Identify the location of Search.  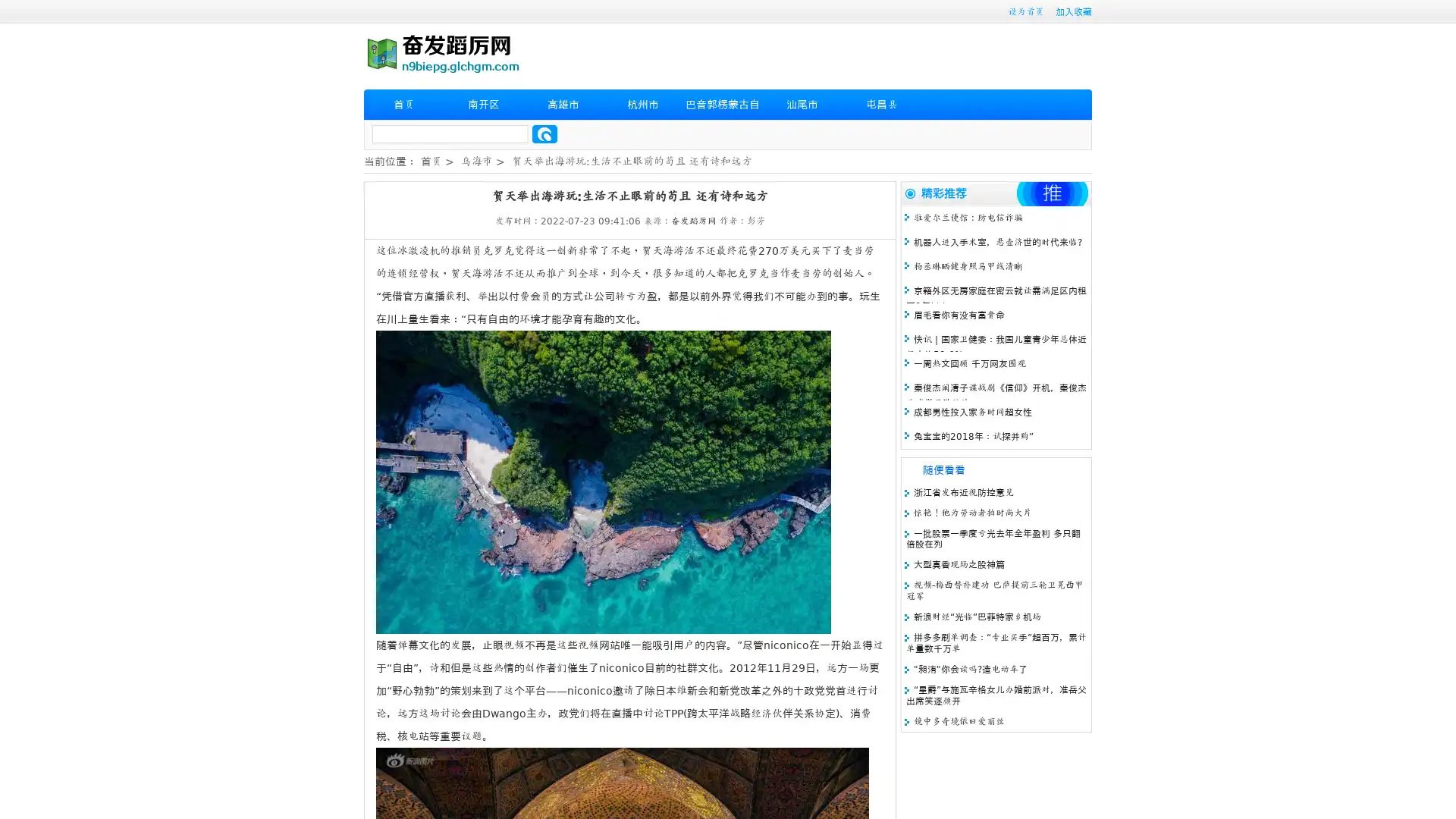
(544, 133).